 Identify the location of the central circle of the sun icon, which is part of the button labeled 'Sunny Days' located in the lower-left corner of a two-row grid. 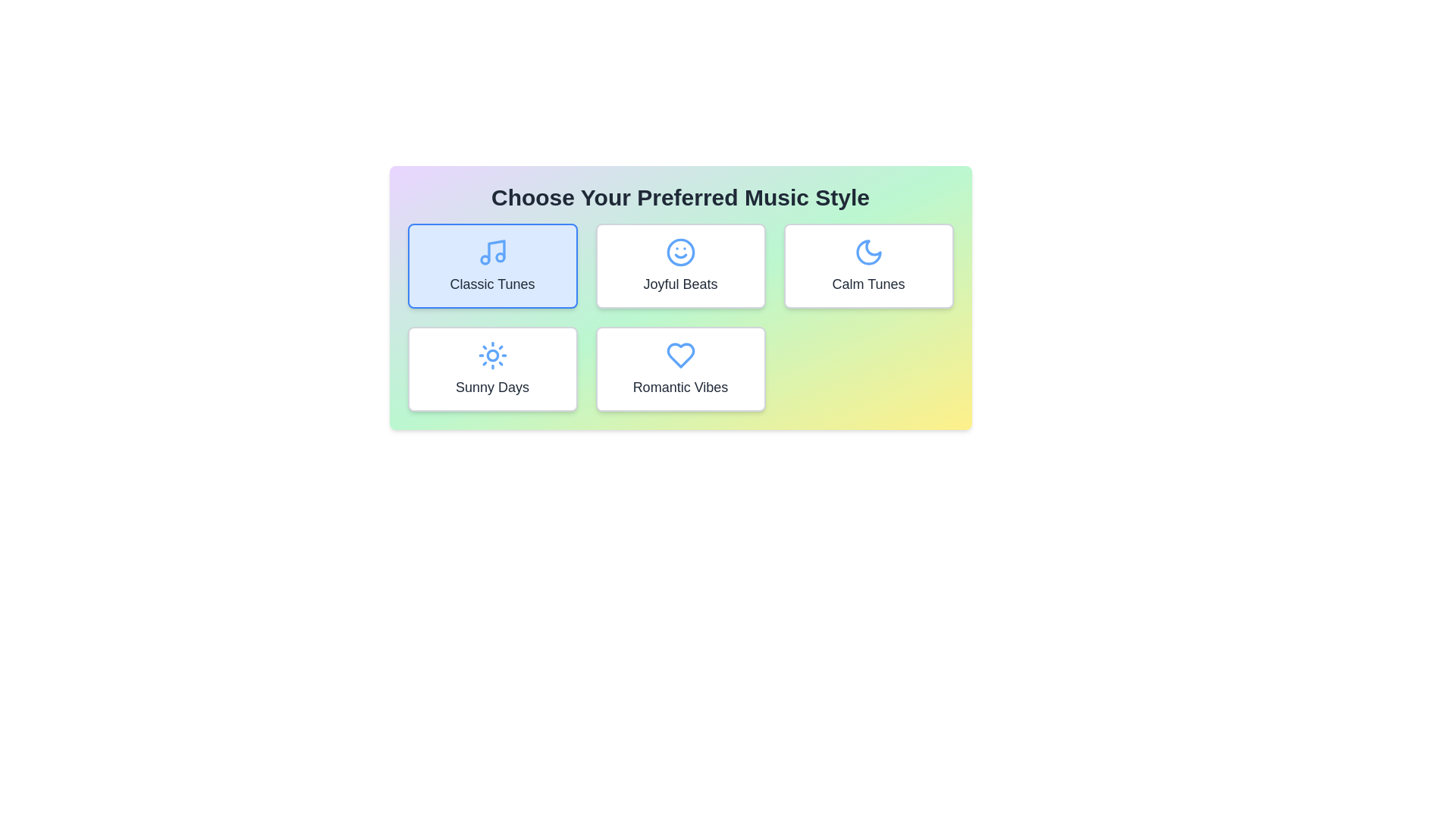
(492, 356).